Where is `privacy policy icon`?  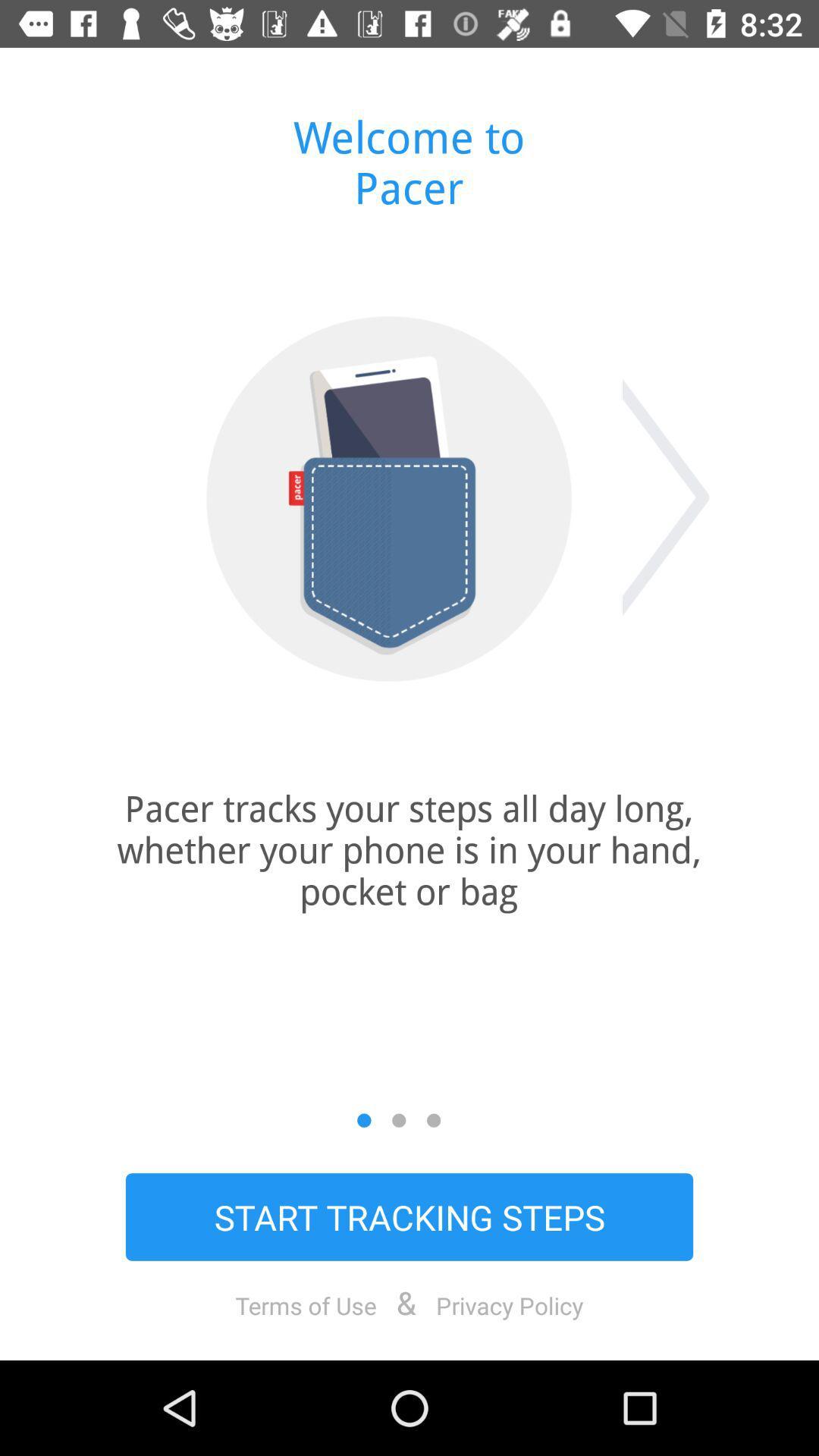
privacy policy icon is located at coordinates (510, 1304).